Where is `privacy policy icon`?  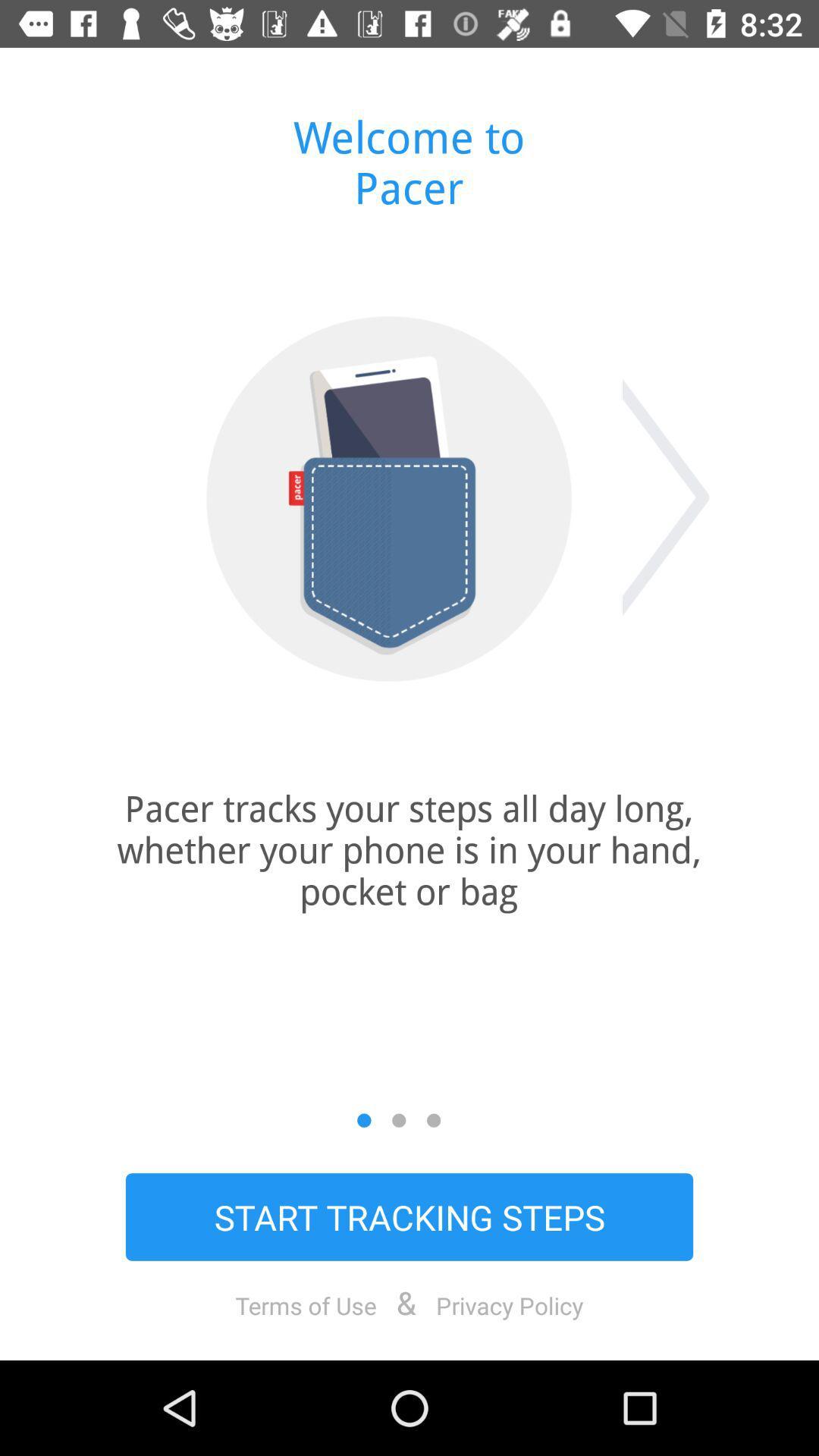
privacy policy icon is located at coordinates (510, 1304).